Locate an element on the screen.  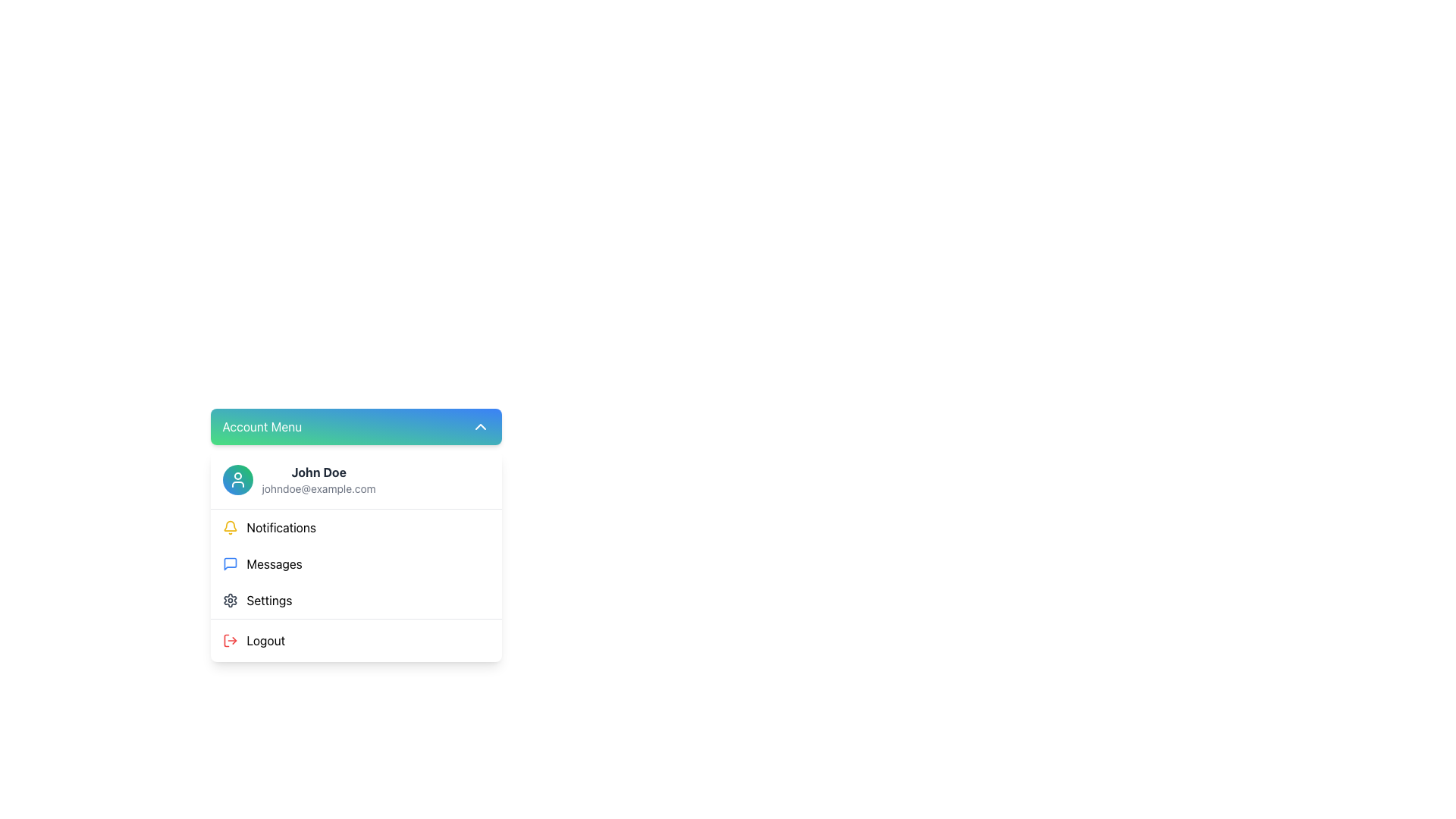
the static text label displaying the email address 'johndoe@example.com' which is styled with the 'text-sm text-gray-500' class and is located below the name 'John Doe' in the user profile menu is located at coordinates (318, 488).